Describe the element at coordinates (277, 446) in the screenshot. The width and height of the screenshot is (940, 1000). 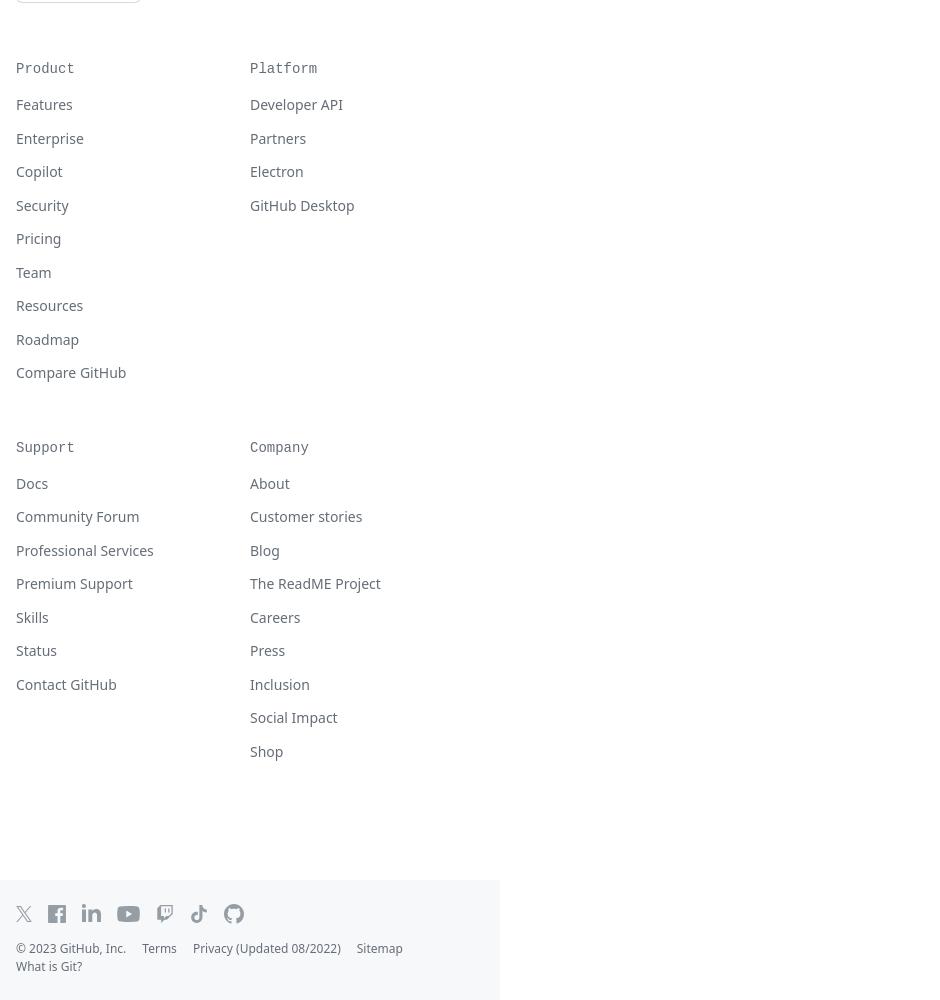
I see `'Company'` at that location.